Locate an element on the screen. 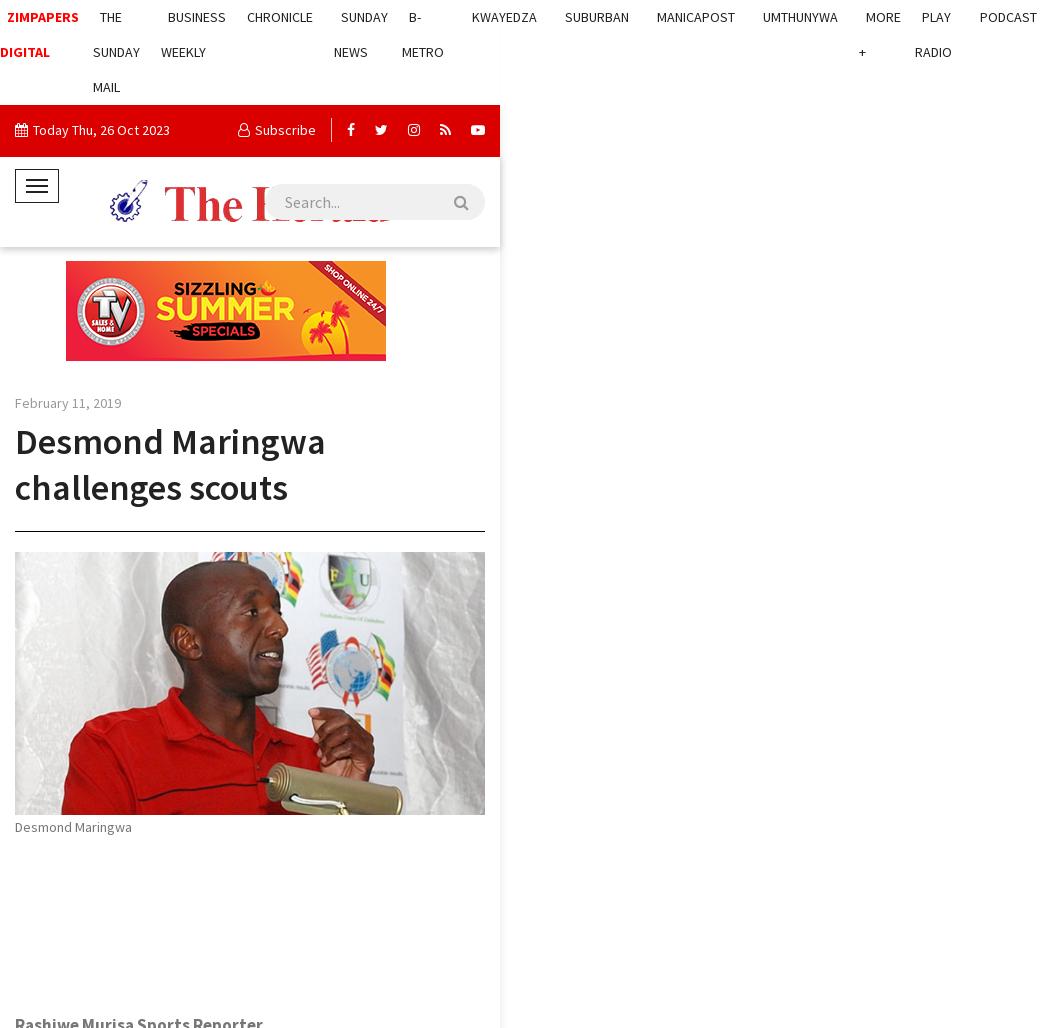 The width and height of the screenshot is (1044, 1028). 'Kwayedza' is located at coordinates (504, 16).